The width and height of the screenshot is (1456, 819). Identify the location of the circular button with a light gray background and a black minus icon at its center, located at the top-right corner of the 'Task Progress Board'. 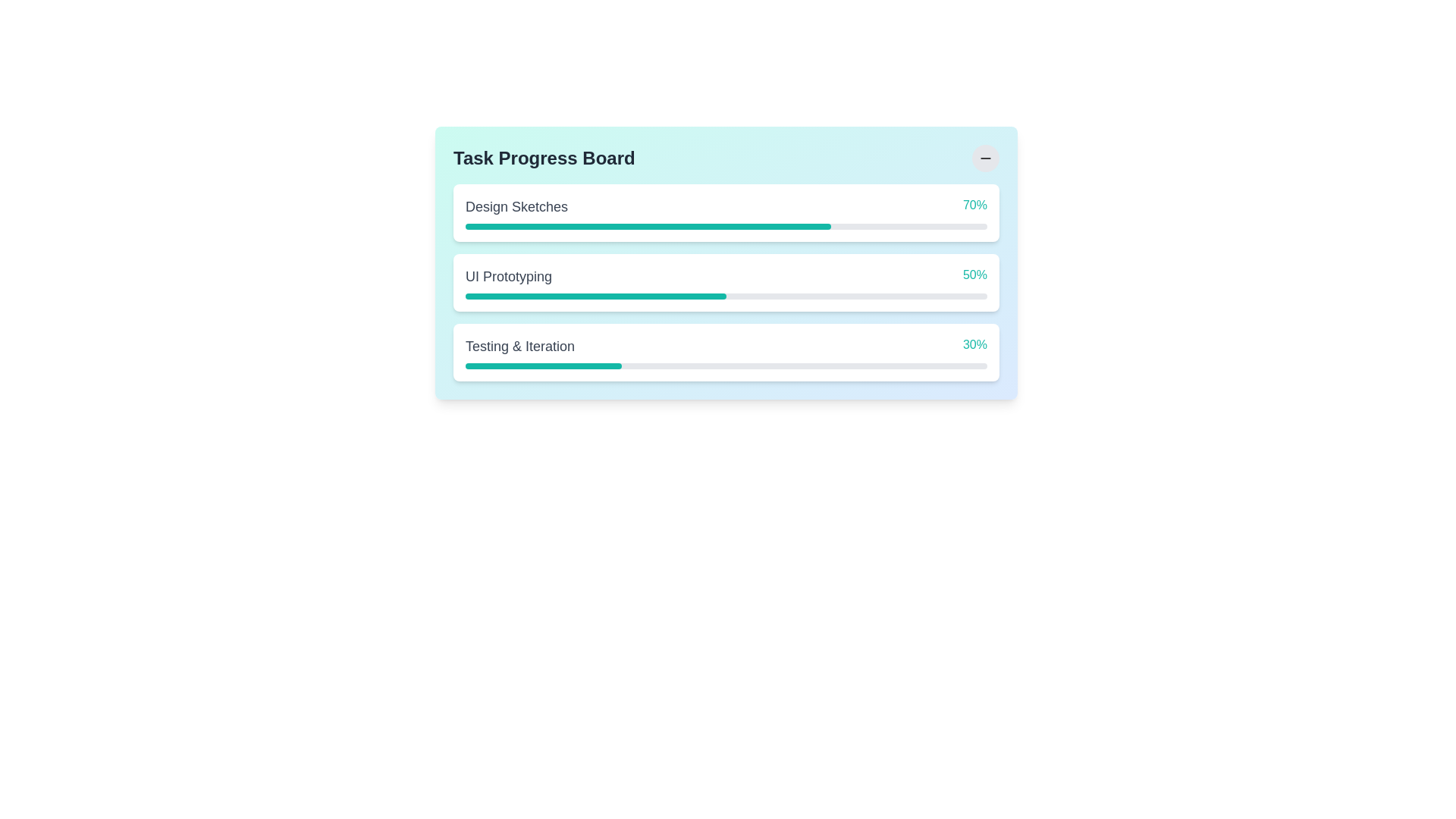
(986, 158).